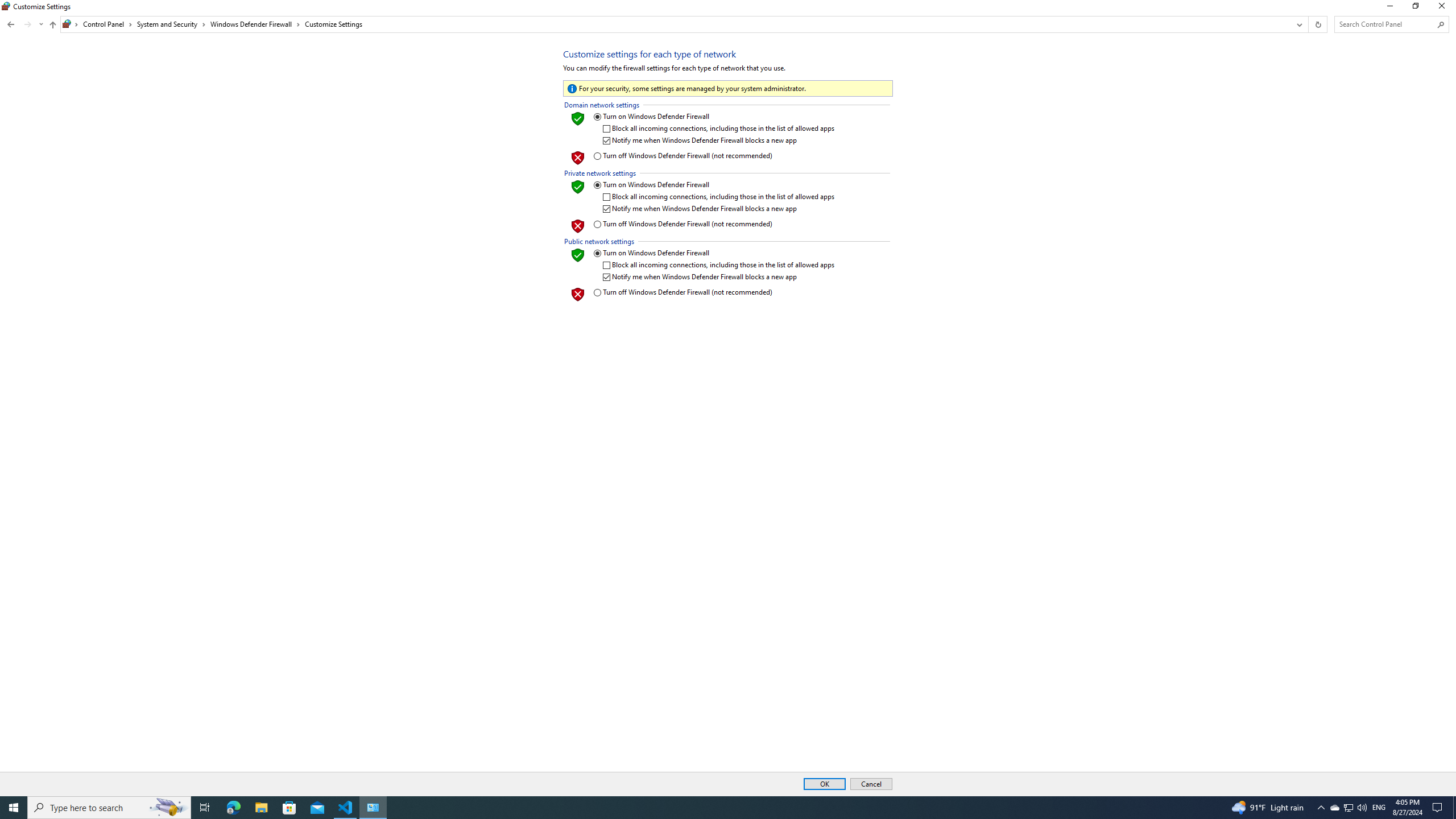 This screenshot has height=819, width=1456. What do you see at coordinates (27, 24) in the screenshot?
I see `'Forward (Alt + Right Arrow)'` at bounding box center [27, 24].